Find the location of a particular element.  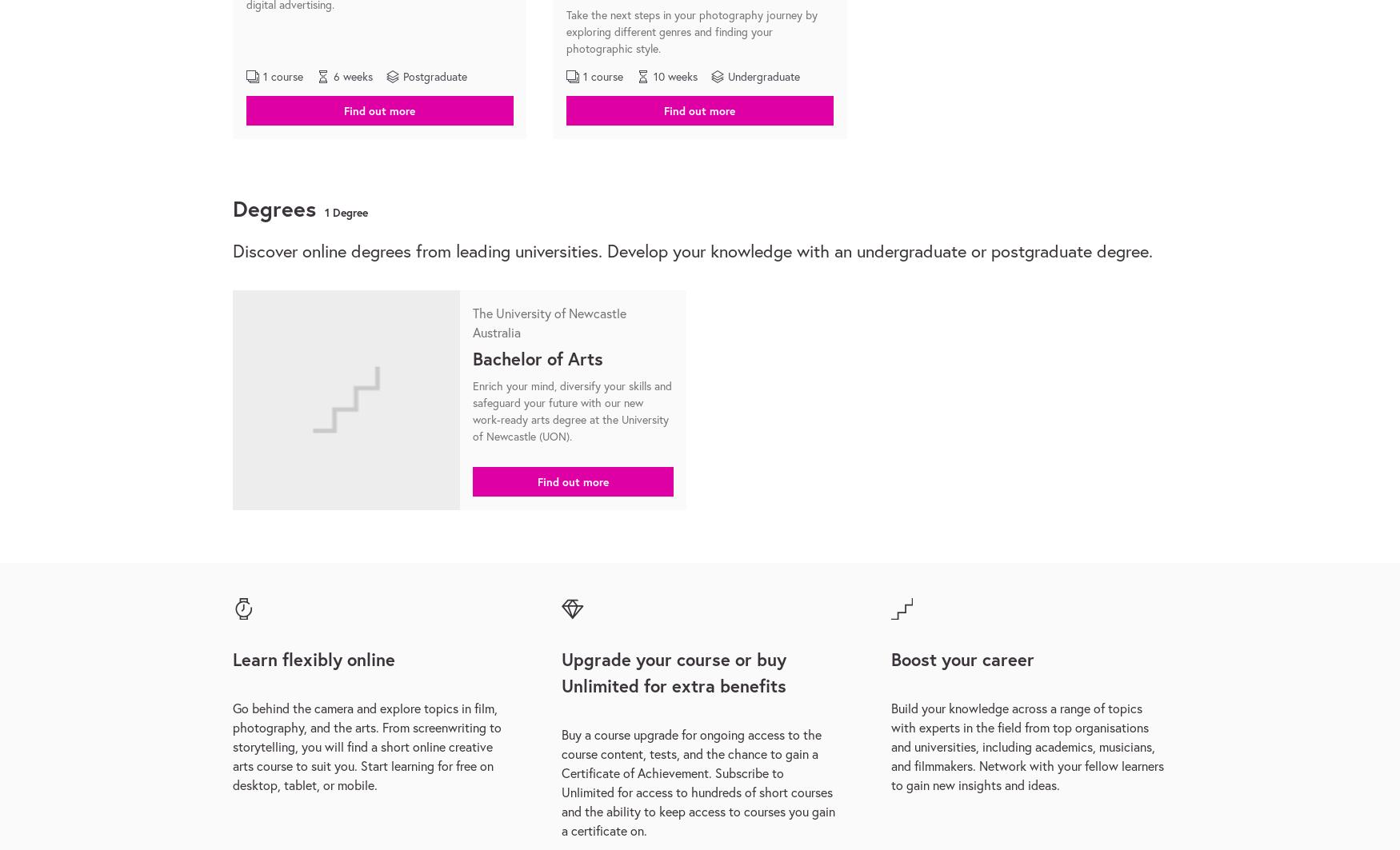

'Undergraduate' is located at coordinates (763, 76).